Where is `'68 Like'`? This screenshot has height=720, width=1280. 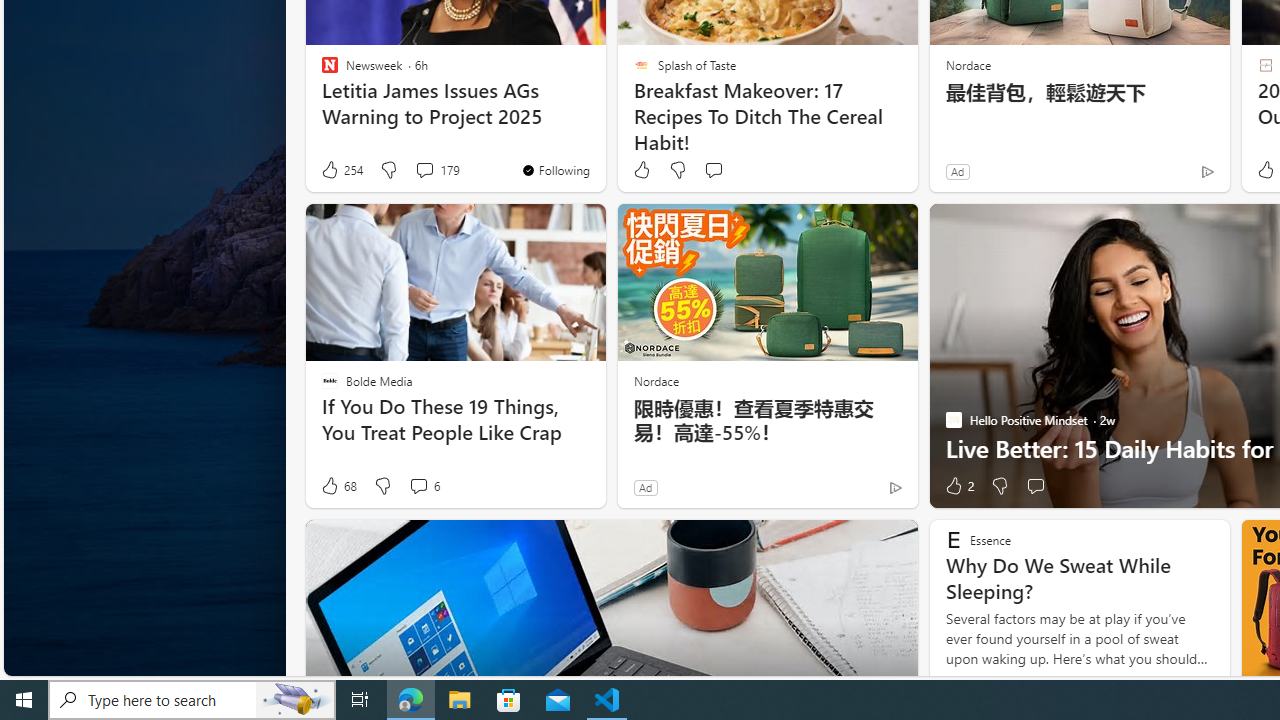
'68 Like' is located at coordinates (337, 486).